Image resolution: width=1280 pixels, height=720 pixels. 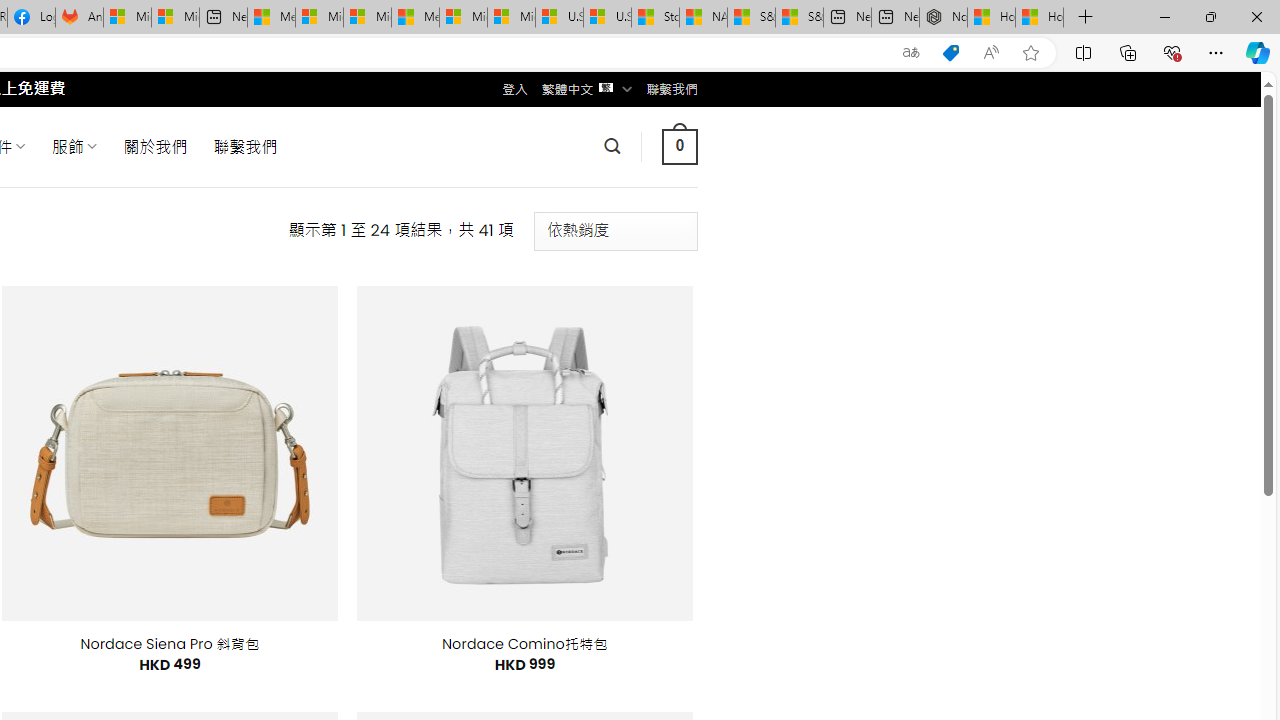 What do you see at coordinates (679, 145) in the screenshot?
I see `'  0  '` at bounding box center [679, 145].